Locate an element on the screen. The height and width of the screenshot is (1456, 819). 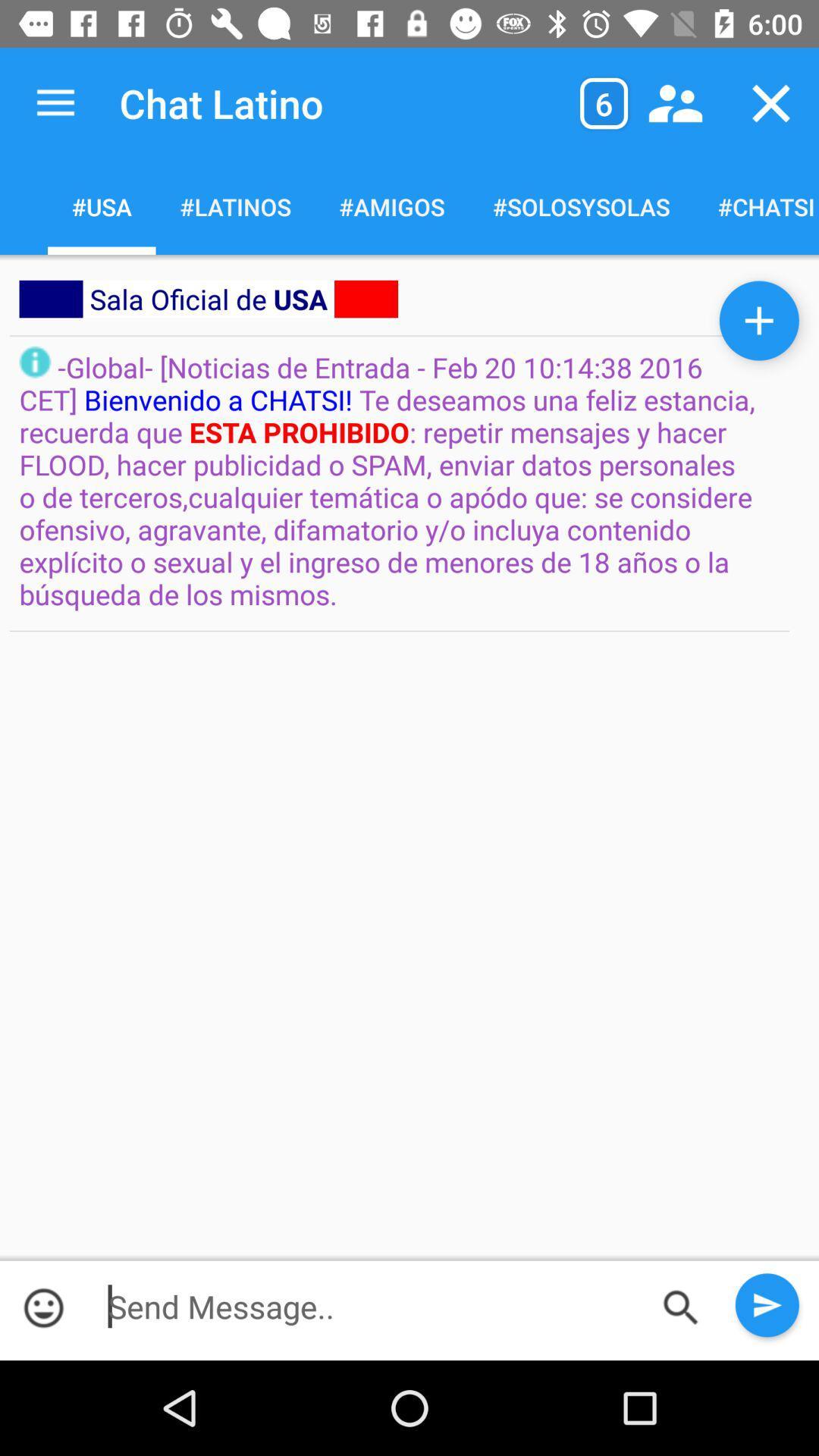
item above the #solosysolas is located at coordinates (603, 102).